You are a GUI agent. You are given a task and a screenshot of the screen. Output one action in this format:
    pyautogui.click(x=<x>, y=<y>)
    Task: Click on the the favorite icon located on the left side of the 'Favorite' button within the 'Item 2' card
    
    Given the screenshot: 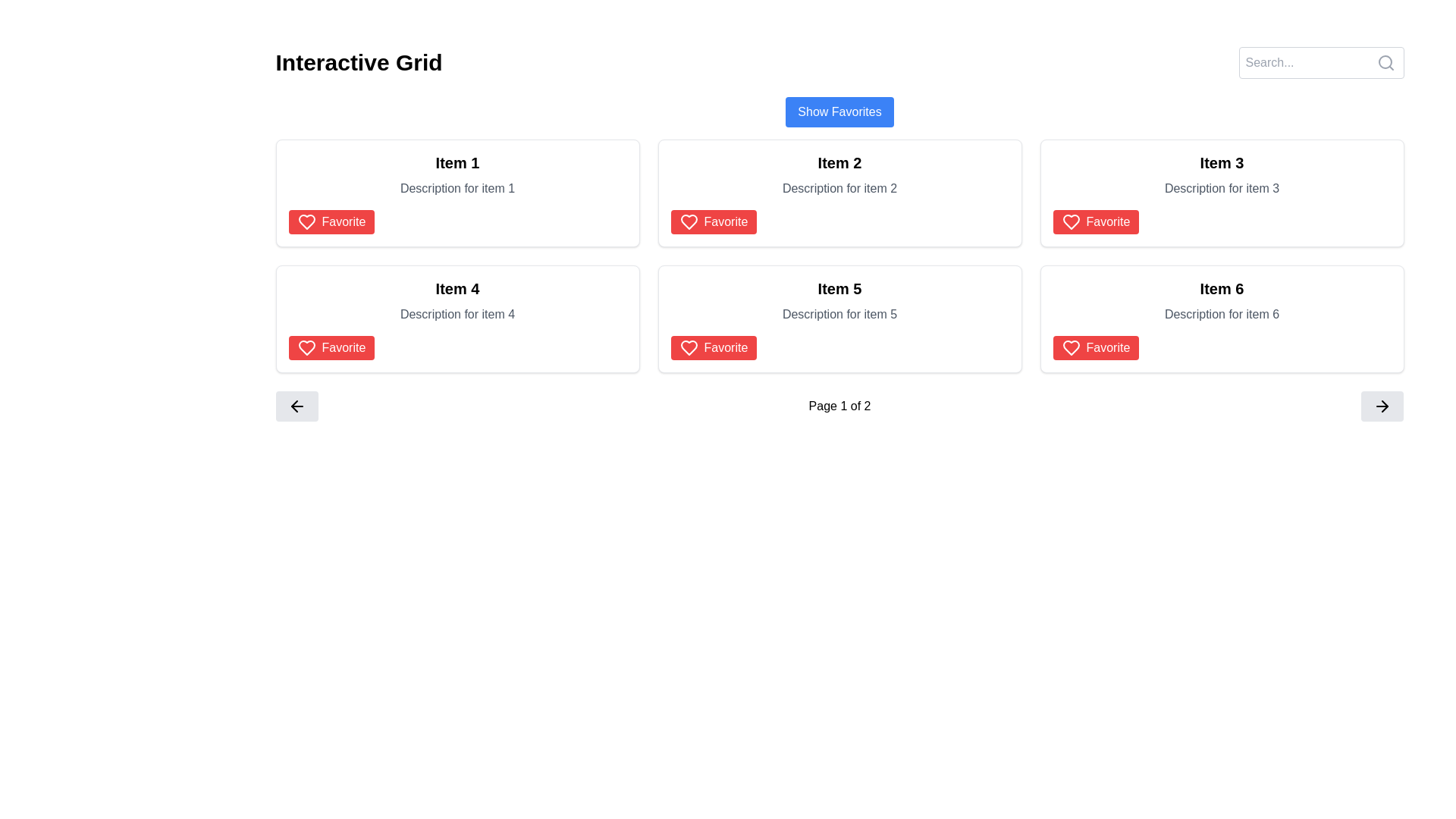 What is the action you would take?
    pyautogui.click(x=688, y=222)
    